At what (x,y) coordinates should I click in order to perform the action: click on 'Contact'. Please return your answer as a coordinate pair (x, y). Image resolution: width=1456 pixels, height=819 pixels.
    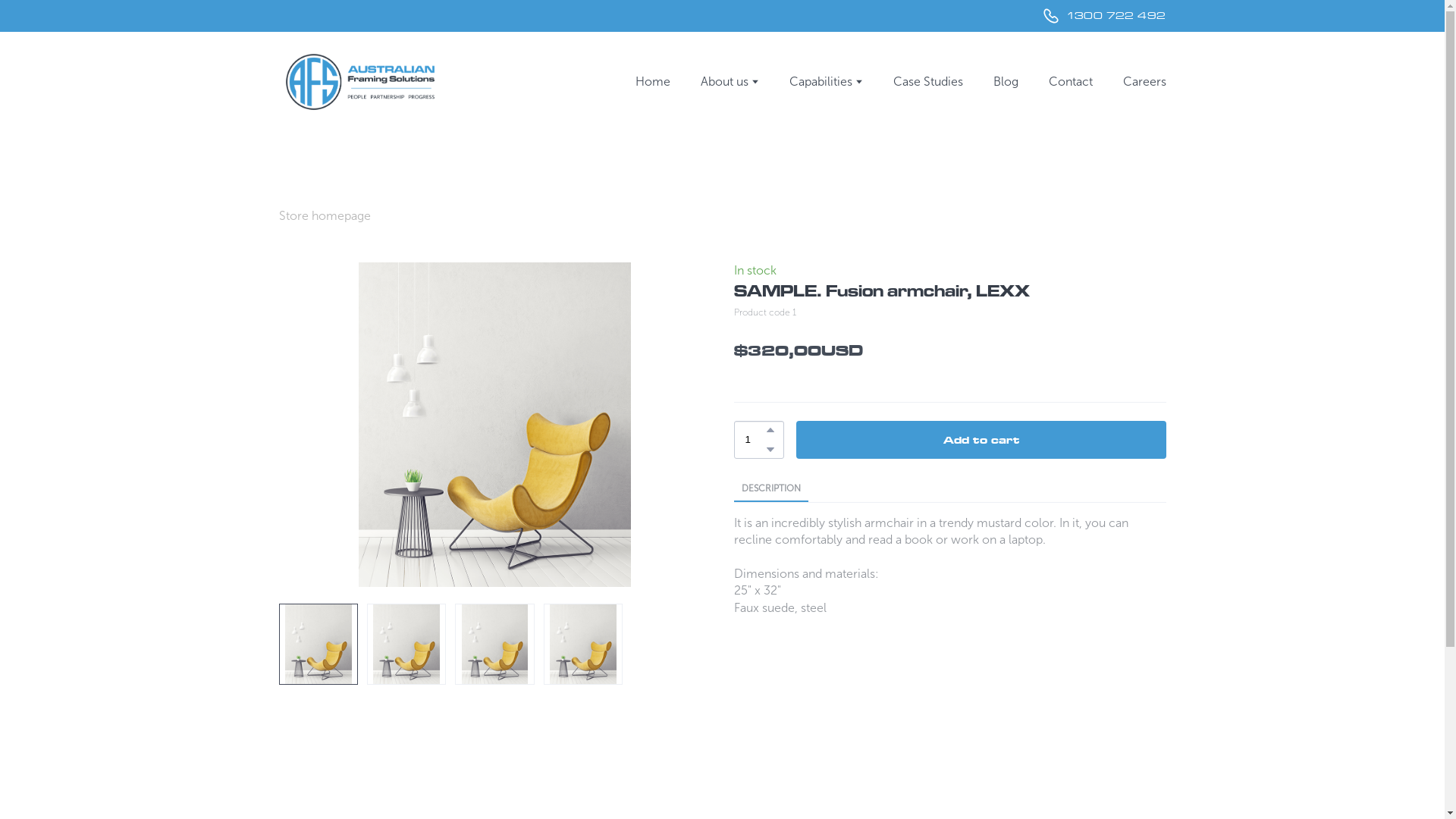
    Looking at the image, I should click on (1069, 81).